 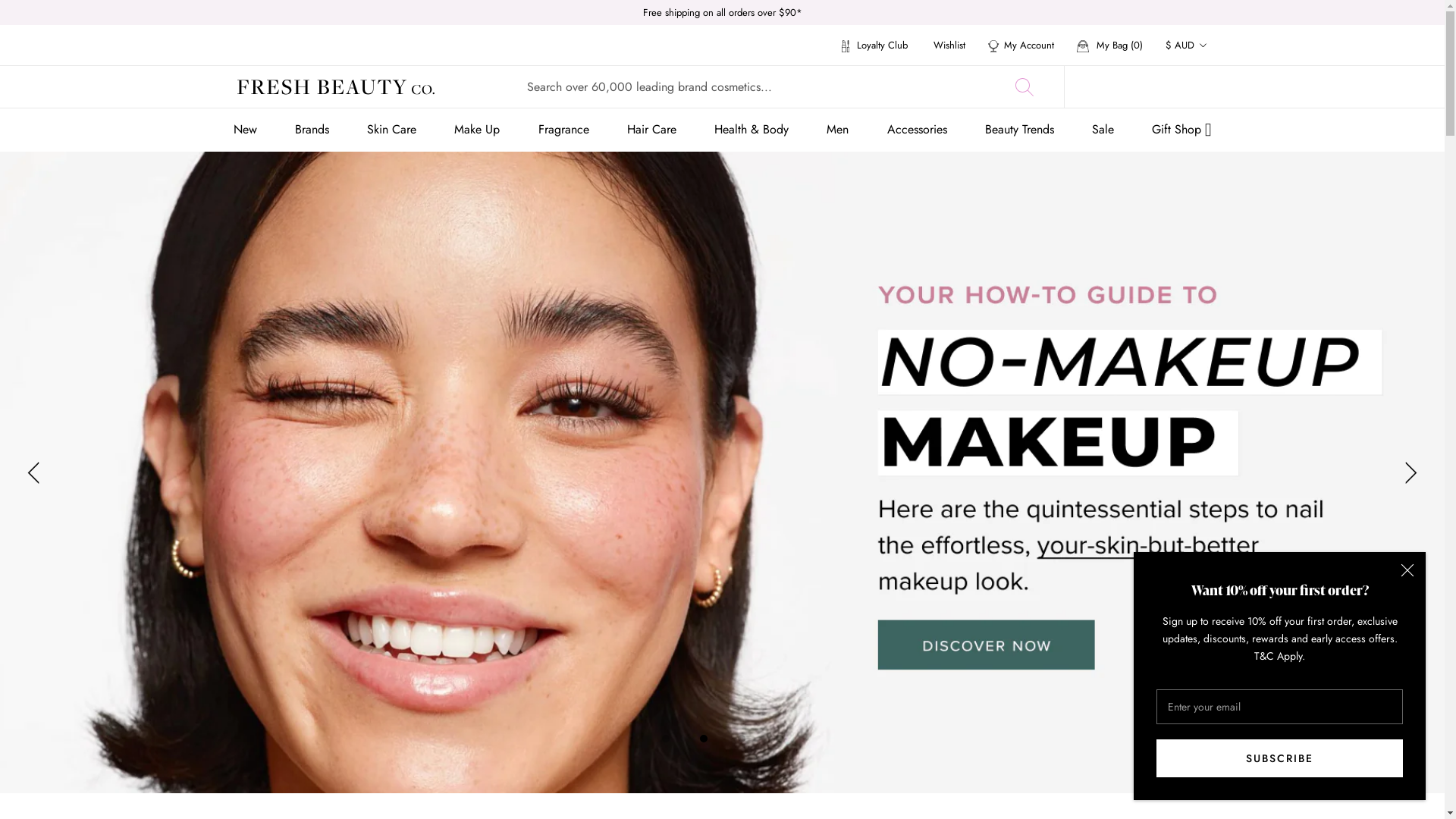 What do you see at coordinates (311, 128) in the screenshot?
I see `'Brands` at bounding box center [311, 128].